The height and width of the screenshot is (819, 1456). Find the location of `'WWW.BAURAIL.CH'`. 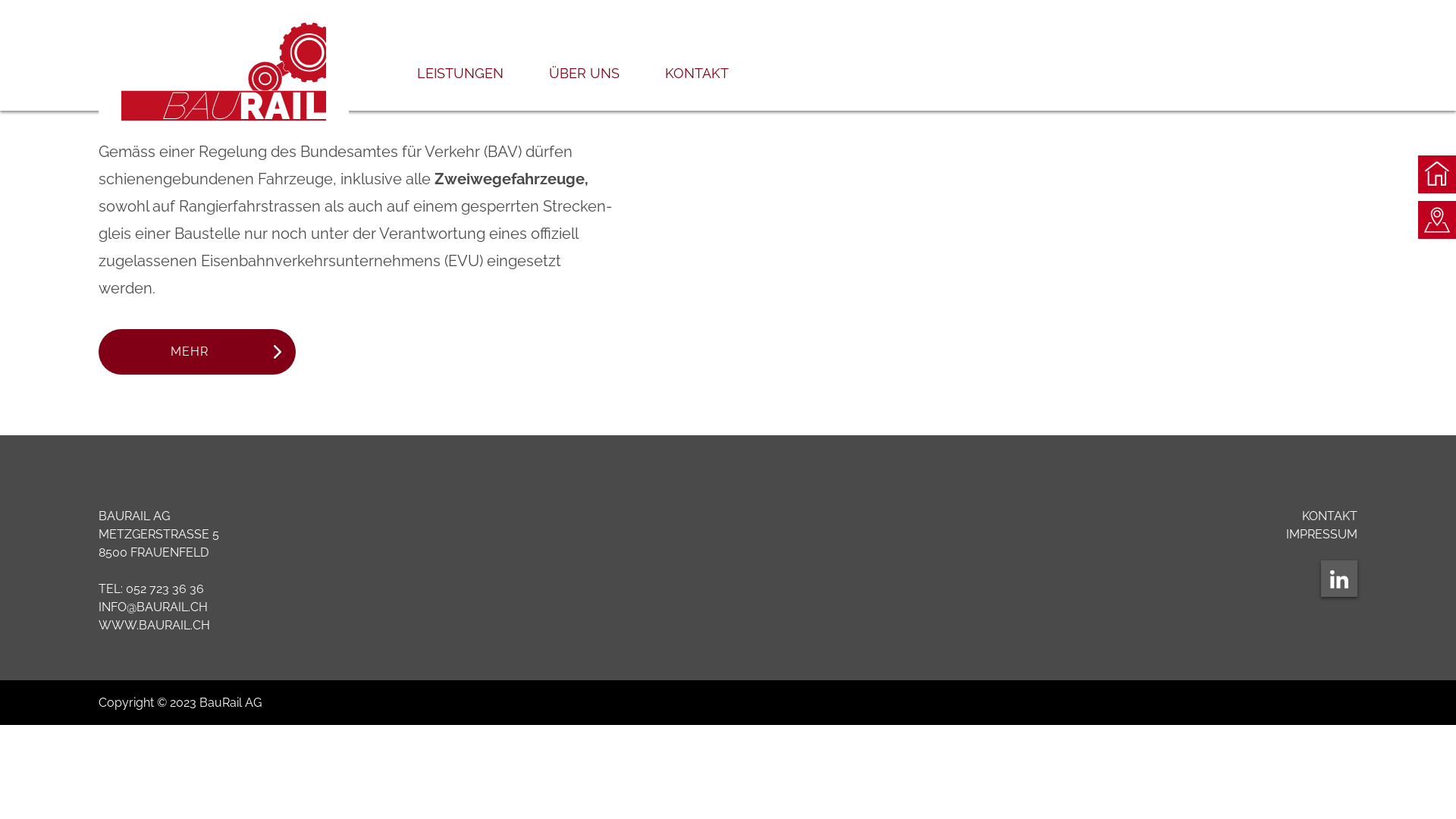

'WWW.BAURAIL.CH' is located at coordinates (154, 625).